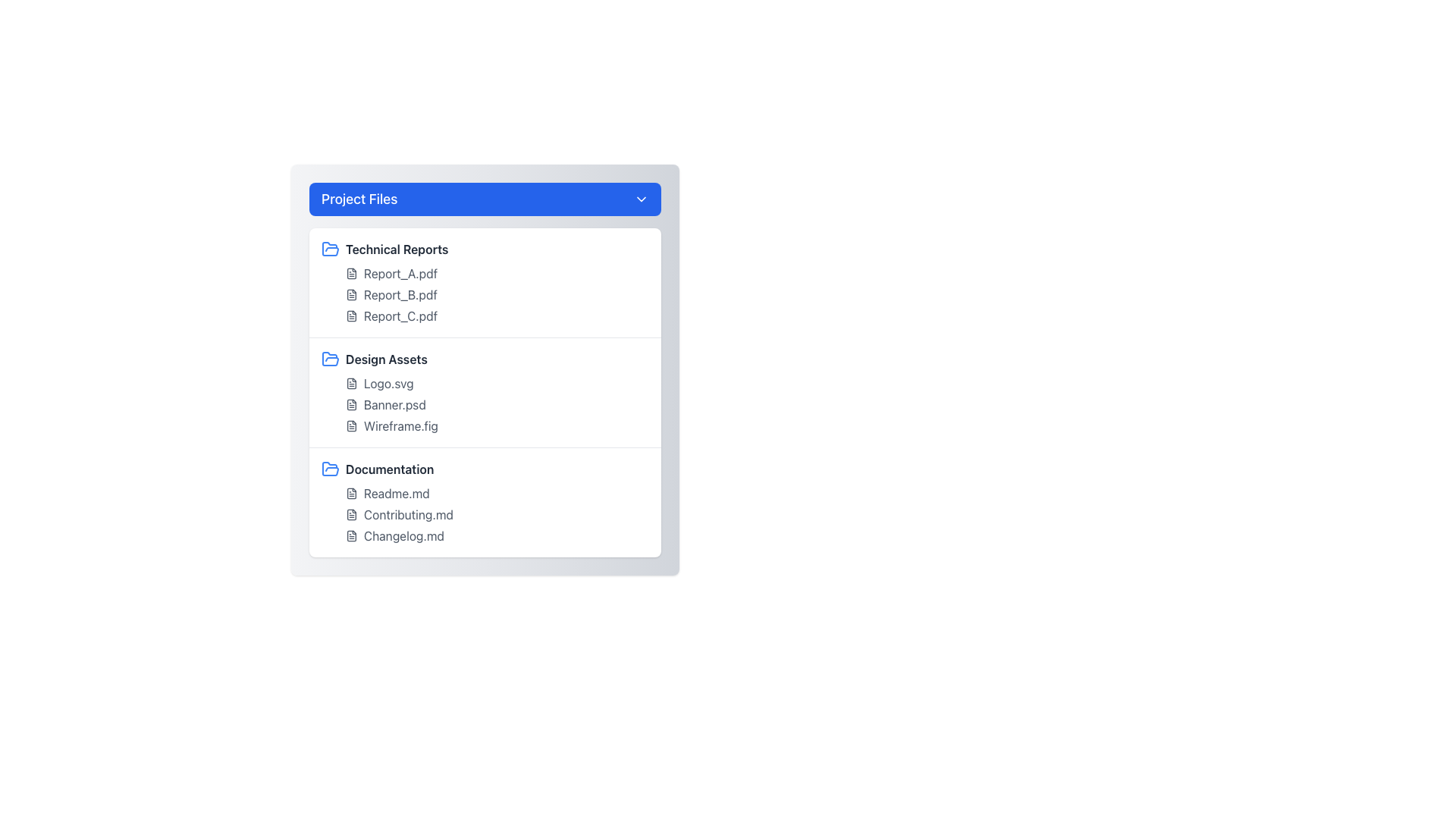 The height and width of the screenshot is (819, 1456). Describe the element at coordinates (497, 315) in the screenshot. I see `the list item for 'Report_C.pdf' in the 'Technical Reports' category` at that location.